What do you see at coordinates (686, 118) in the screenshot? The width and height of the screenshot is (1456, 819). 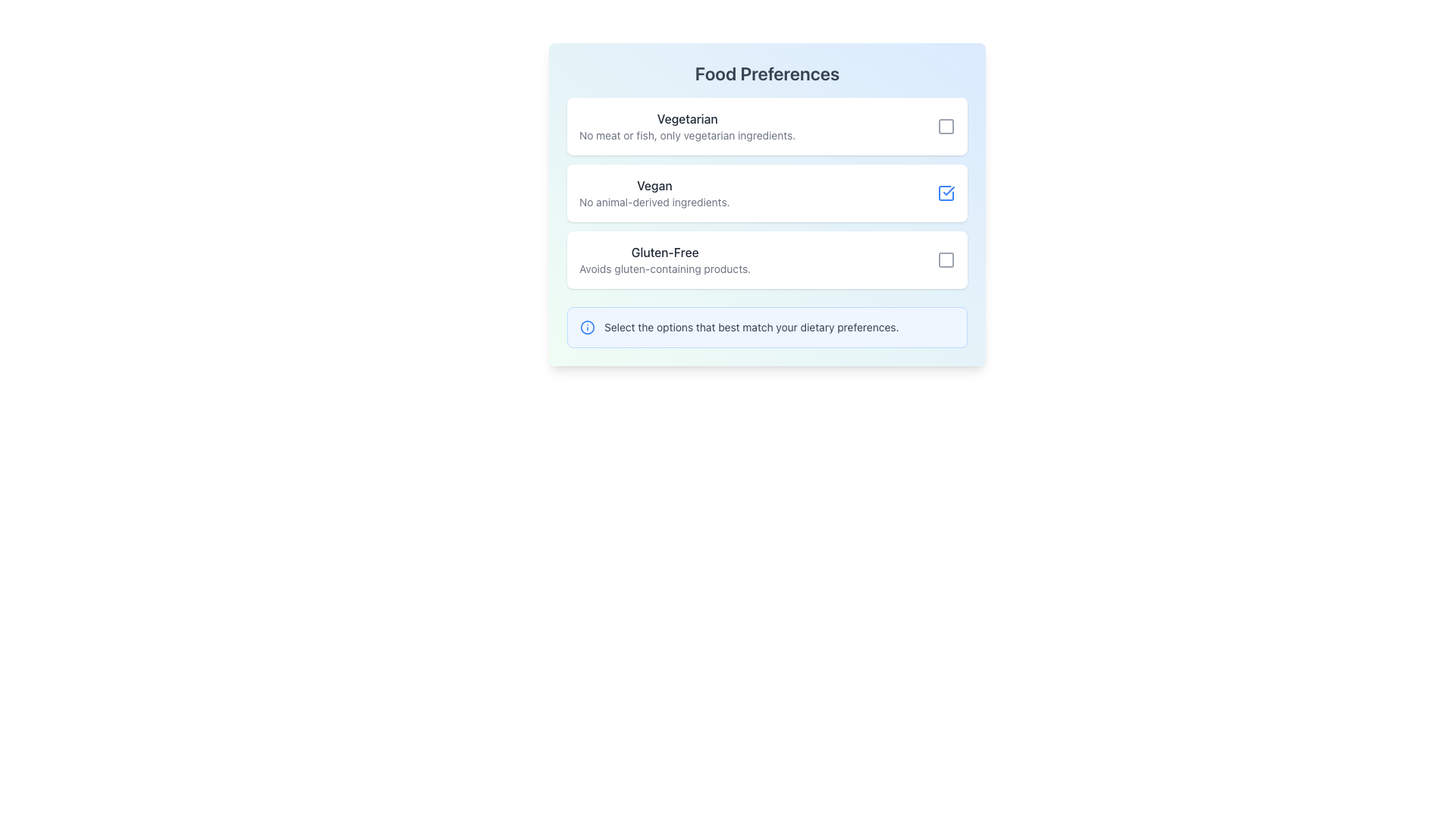 I see `the 'Vegetarian' dietary preference title text label located at the upper part of the interface, above the description 'No meat or fish, only vegetarian ingredients.'` at bounding box center [686, 118].